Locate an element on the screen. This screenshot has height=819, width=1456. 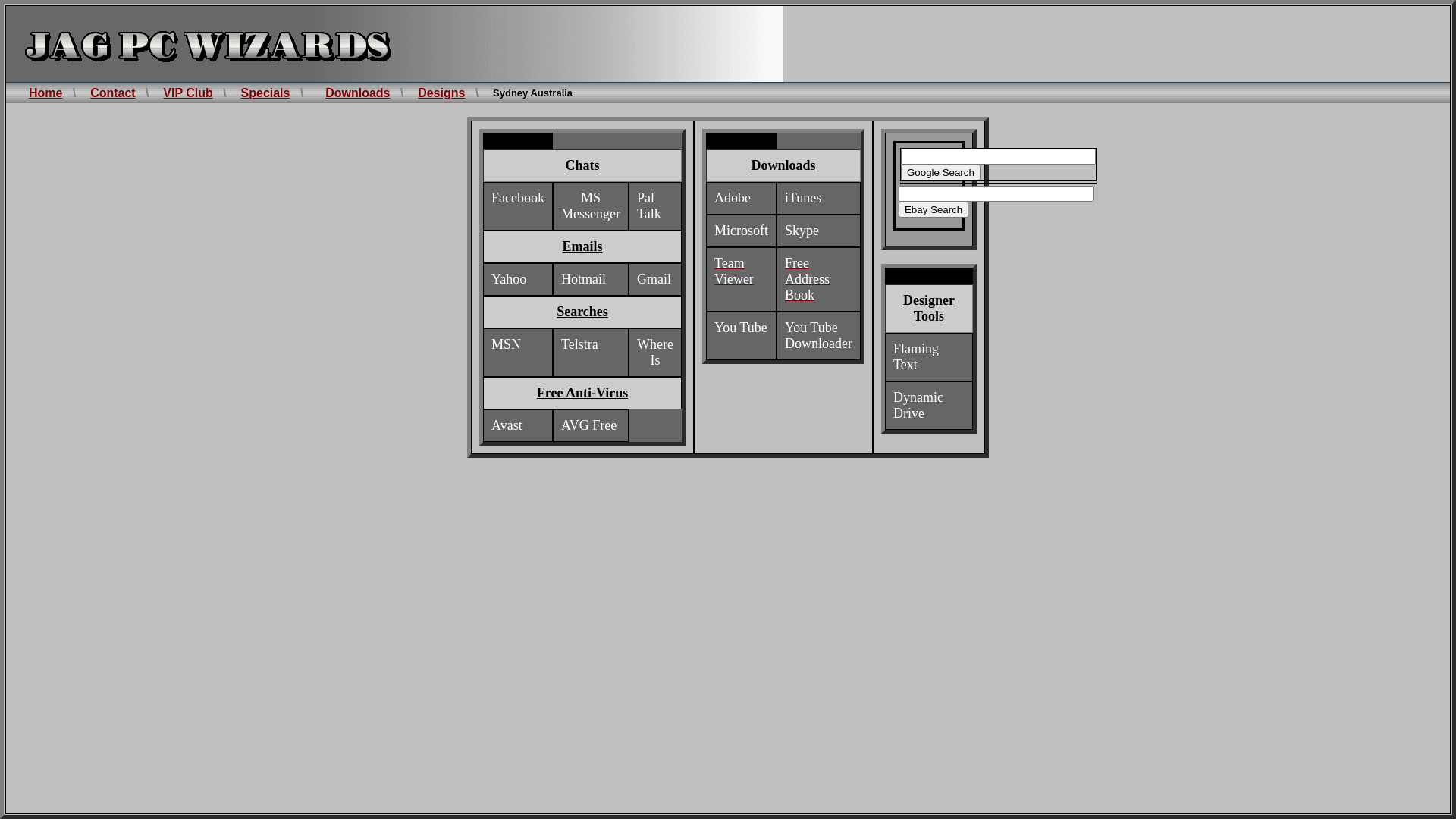
'Home' is located at coordinates (45, 93).